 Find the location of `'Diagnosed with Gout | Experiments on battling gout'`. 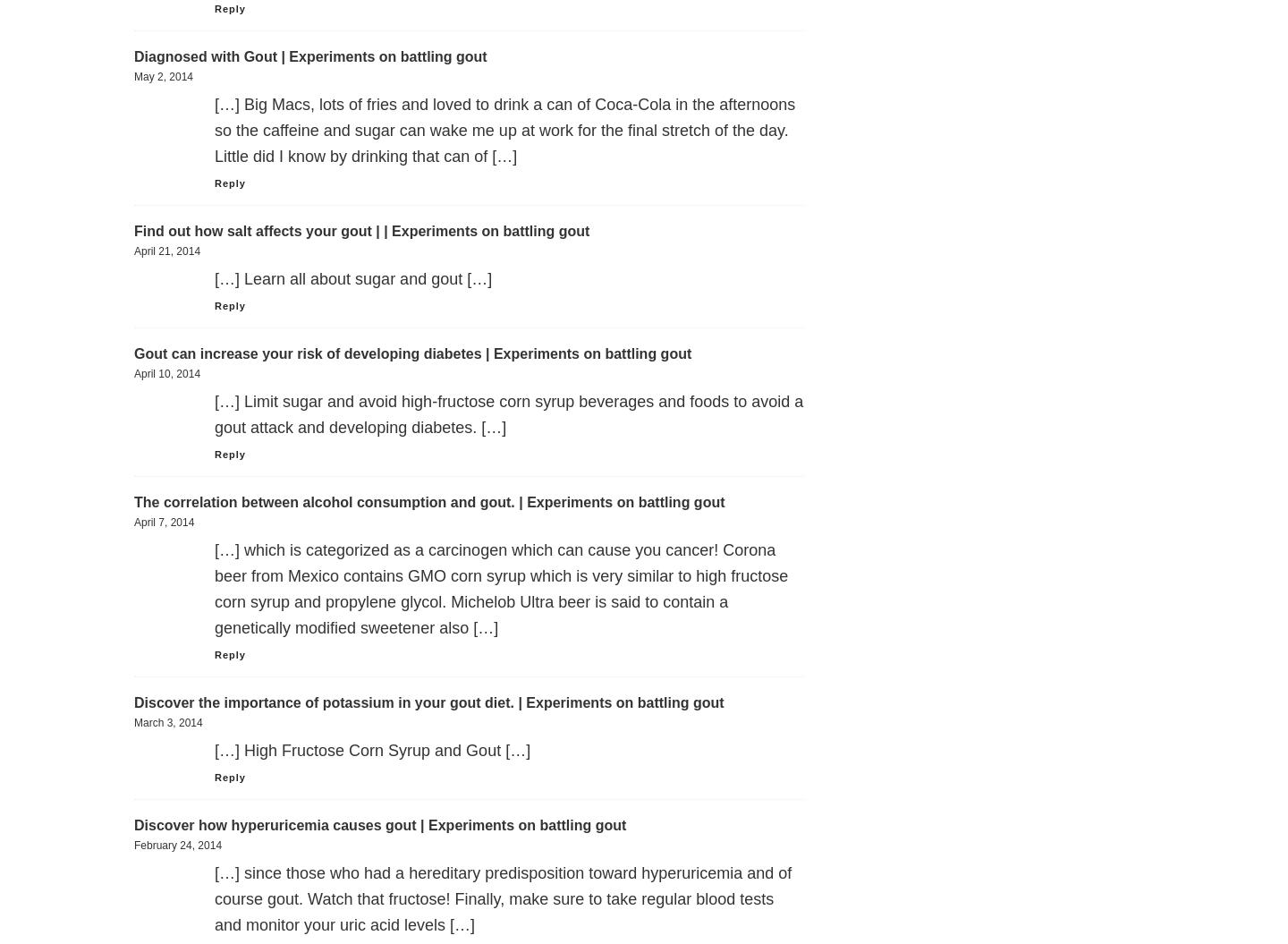

'Diagnosed with Gout | Experiments on battling gout' is located at coordinates (310, 55).